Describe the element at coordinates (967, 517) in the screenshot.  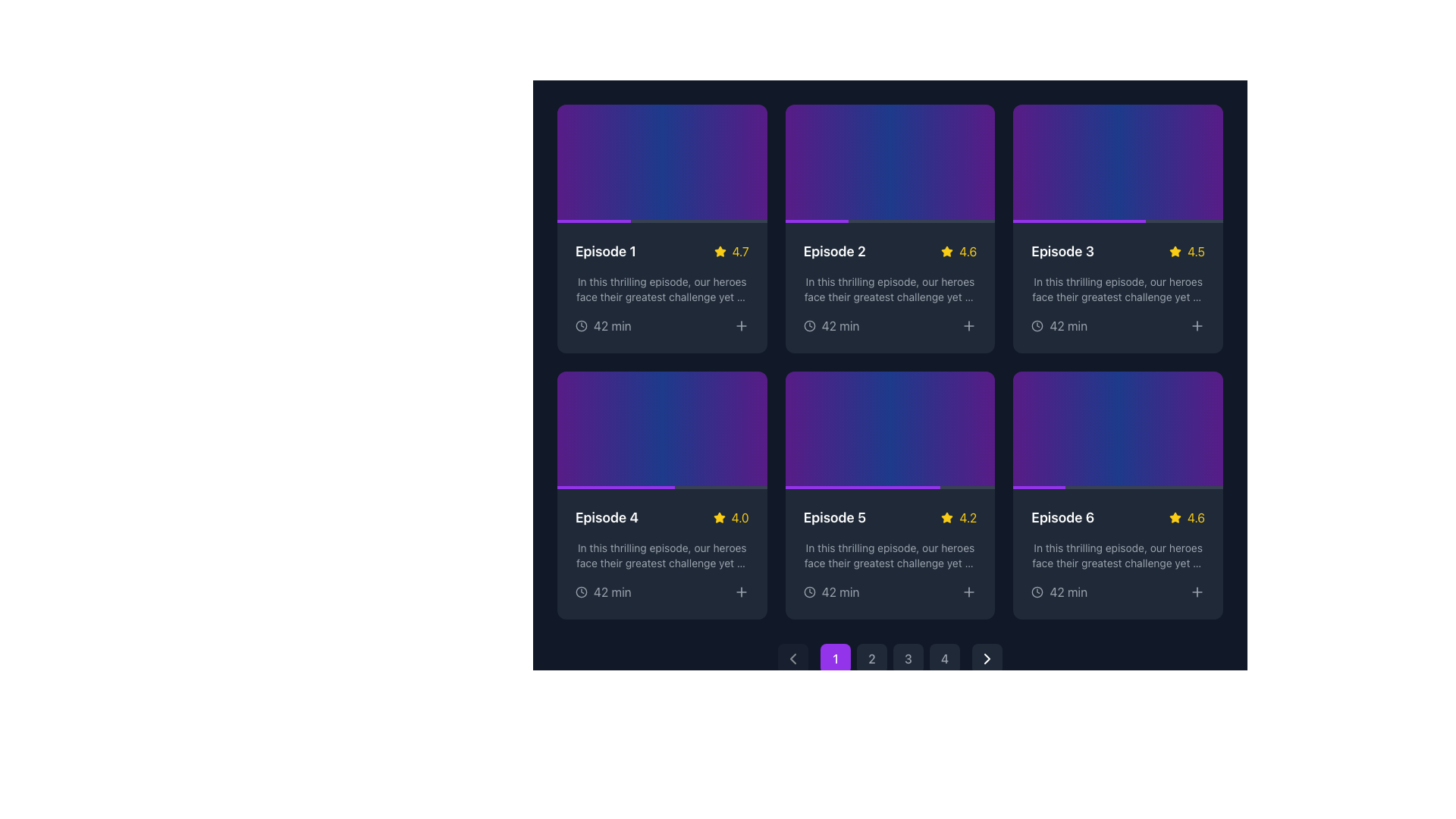
I see `the numerical rating text label located in the fifth card of the grid layout, positioned to the right of the star icon` at that location.